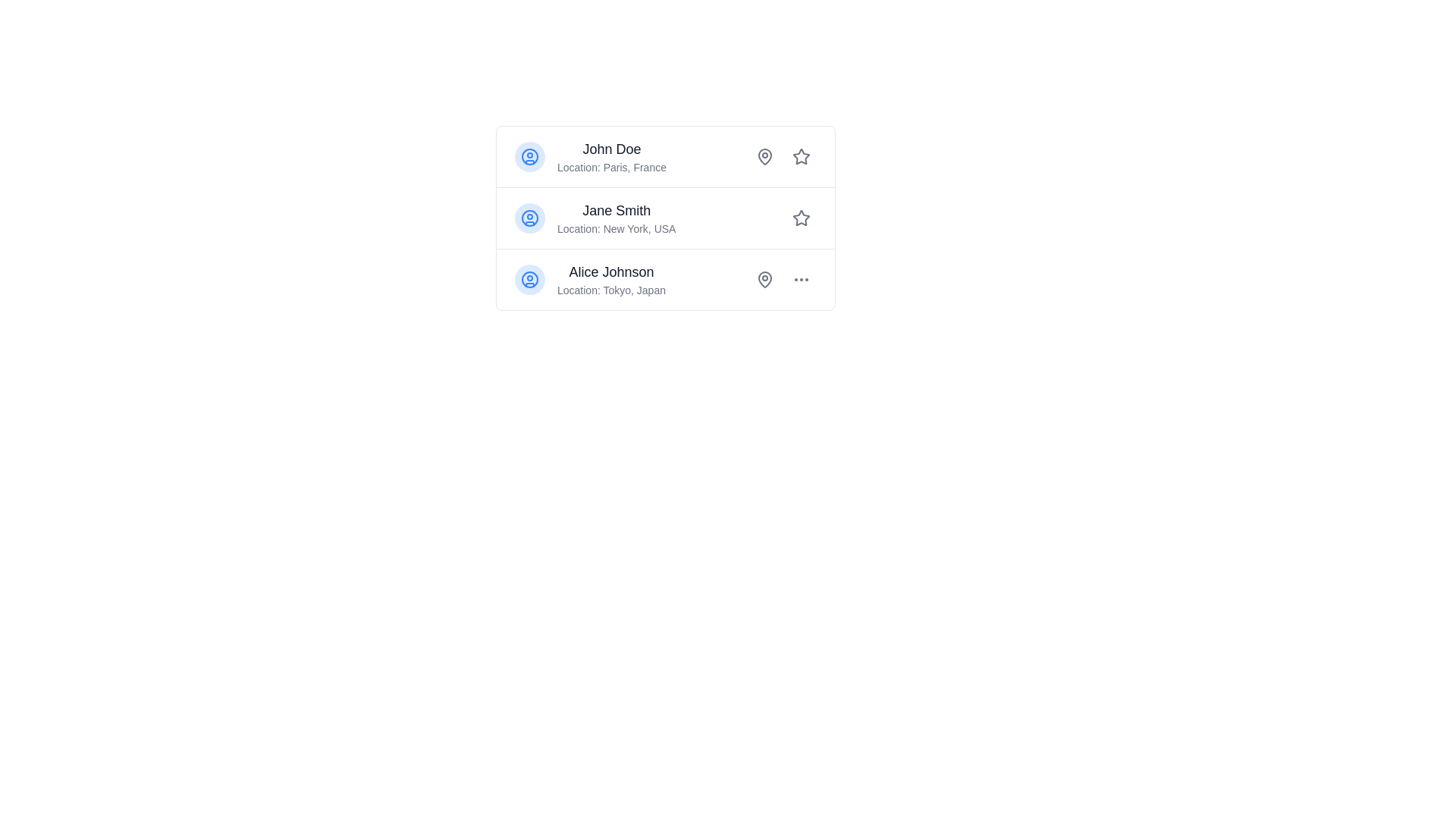 The height and width of the screenshot is (819, 1456). What do you see at coordinates (764, 280) in the screenshot?
I see `the location pin icon located to the right of the text 'Alice Johnson'` at bounding box center [764, 280].